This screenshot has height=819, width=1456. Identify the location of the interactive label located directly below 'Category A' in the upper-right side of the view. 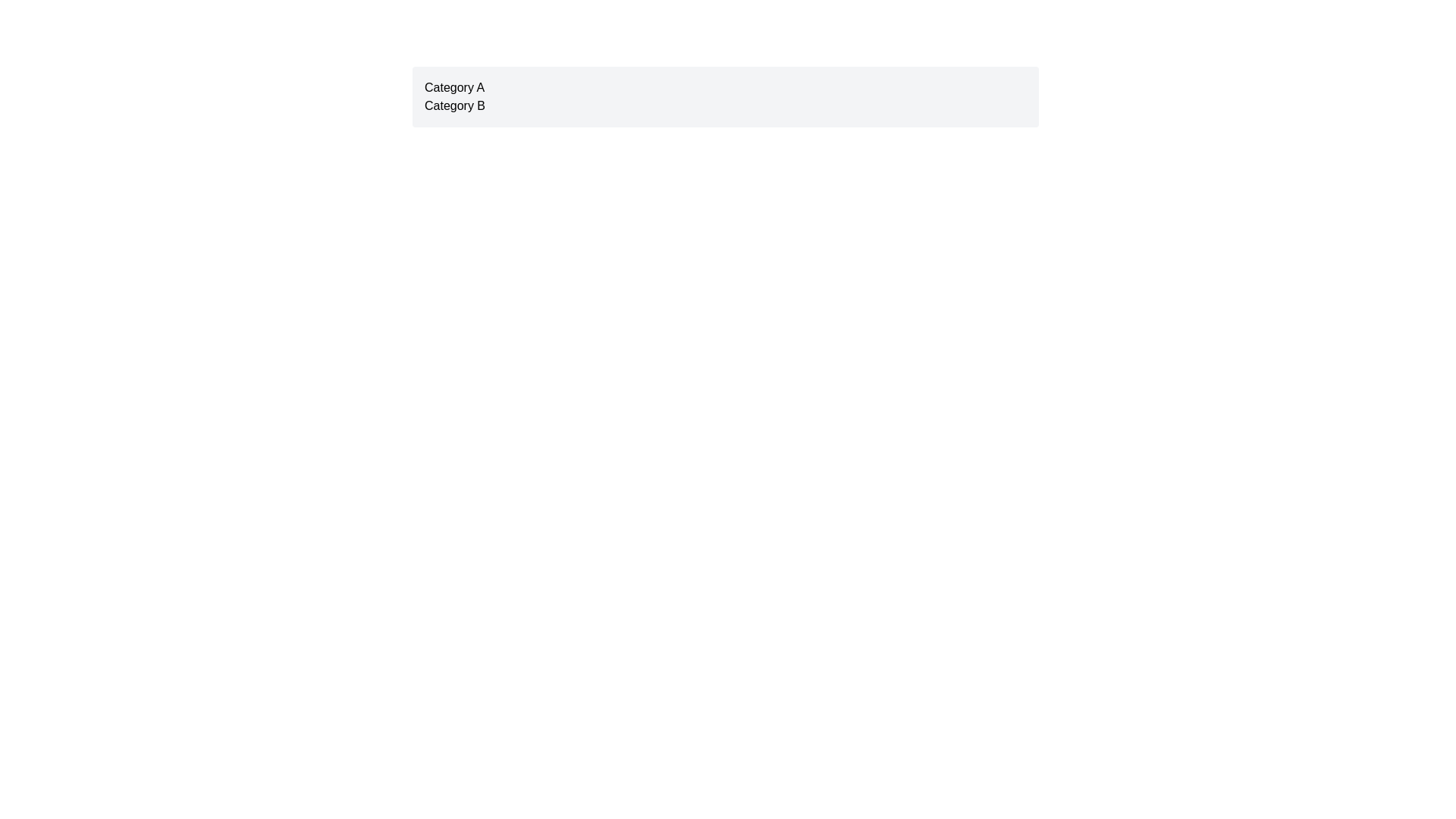
(454, 105).